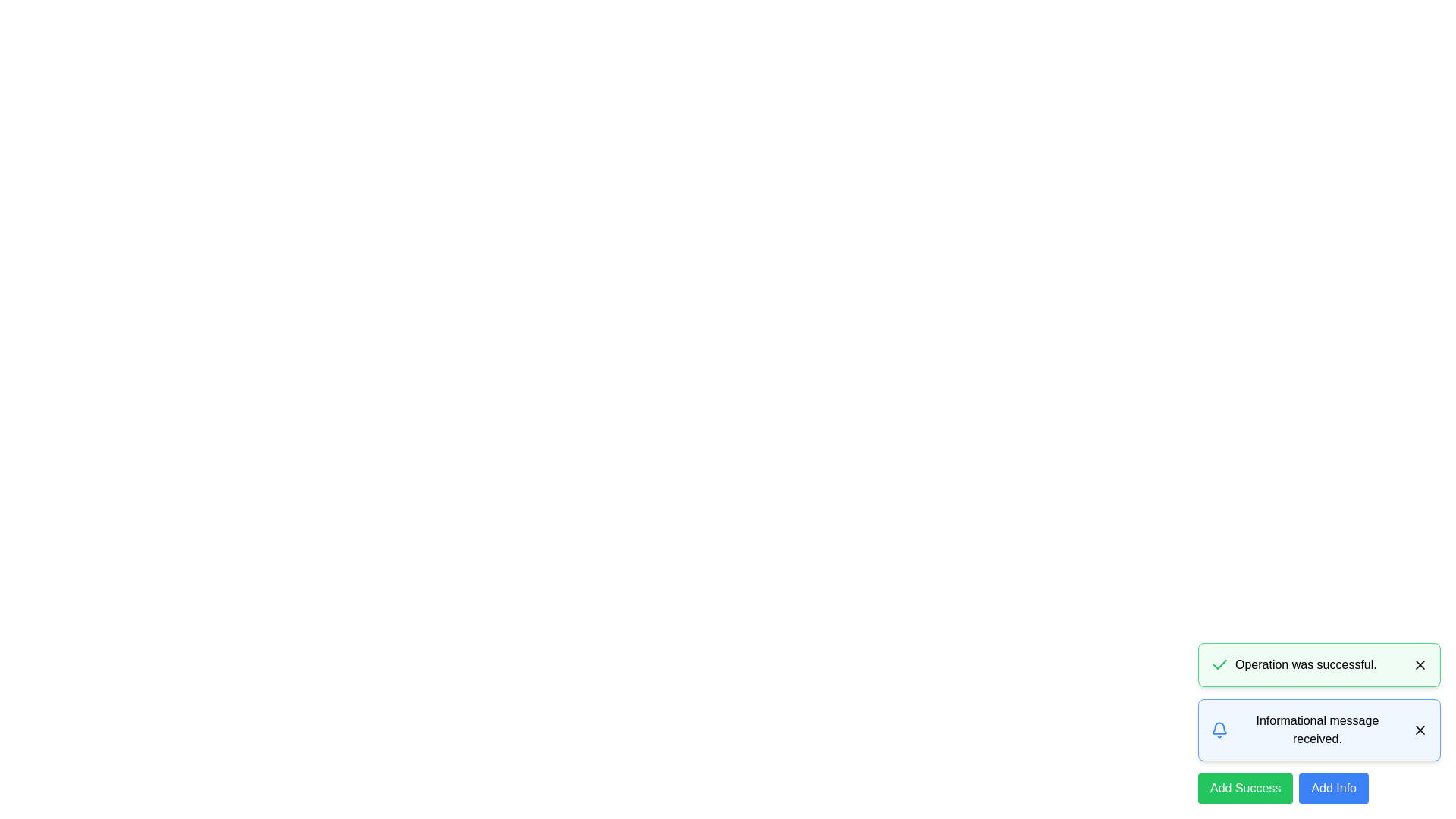 Image resolution: width=1456 pixels, height=819 pixels. What do you see at coordinates (1219, 664) in the screenshot?
I see `the status indicated by the success Icon located to the left of the text 'Operation was successful.'` at bounding box center [1219, 664].